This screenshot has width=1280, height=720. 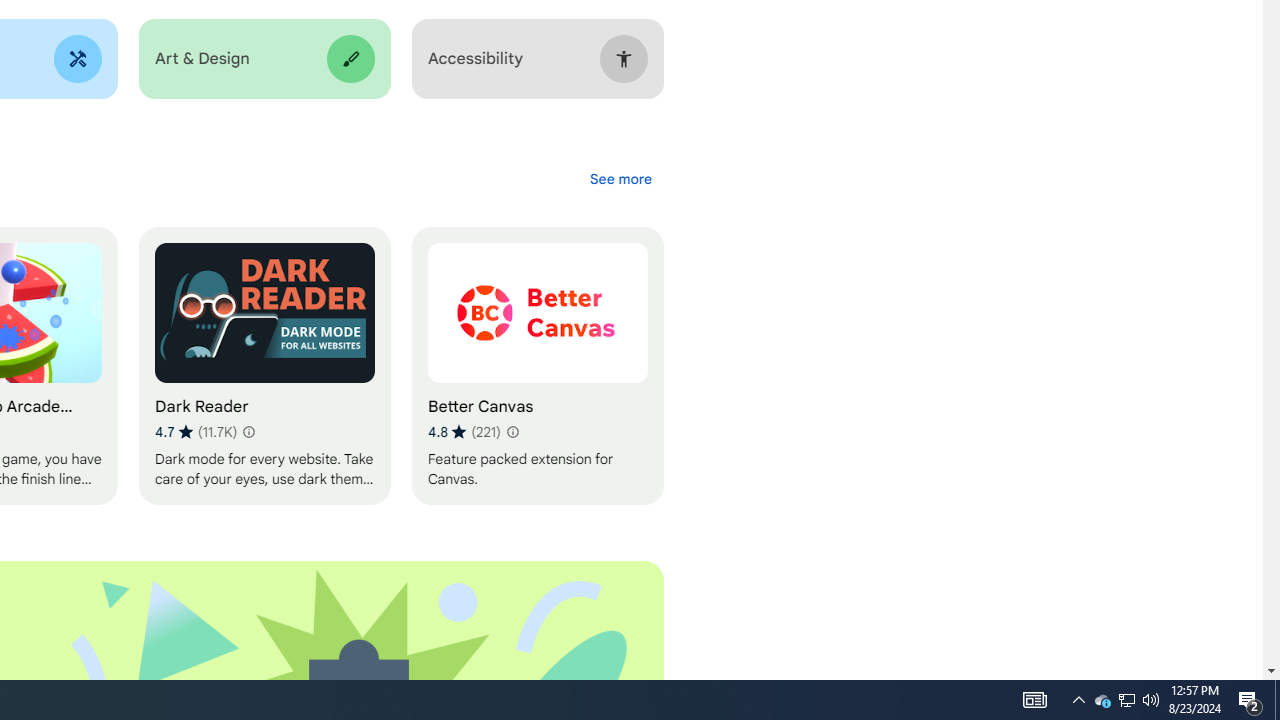 I want to click on 'Average rating 4.7 out of 5 stars. 11.7K ratings.', so click(x=195, y=431).